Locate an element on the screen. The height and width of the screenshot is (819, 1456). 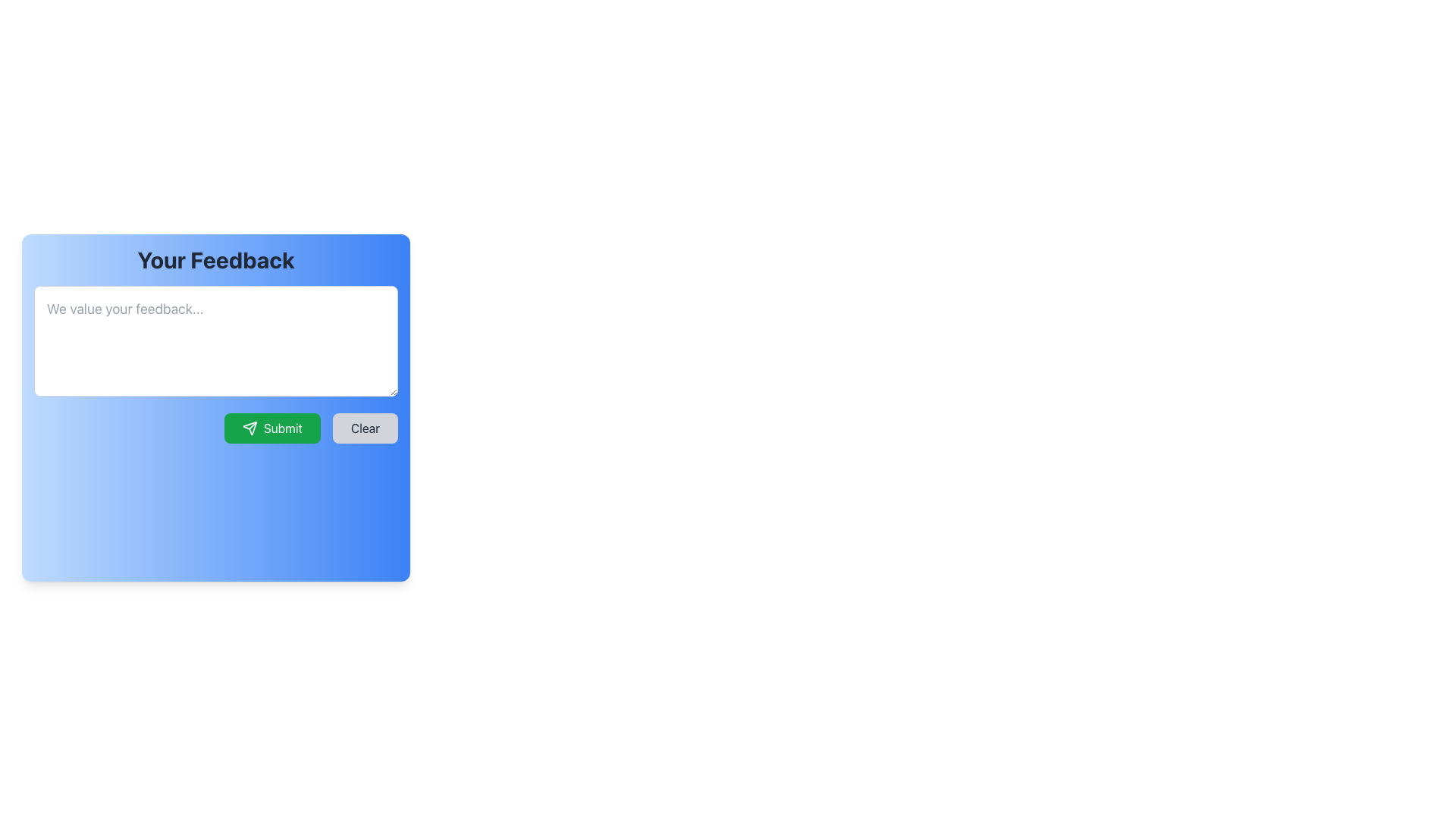
the arrow-like icon within the green 'Submit' button that contains the text 'Submit' in white, located at the bottom-left of the feedback form is located at coordinates (249, 428).